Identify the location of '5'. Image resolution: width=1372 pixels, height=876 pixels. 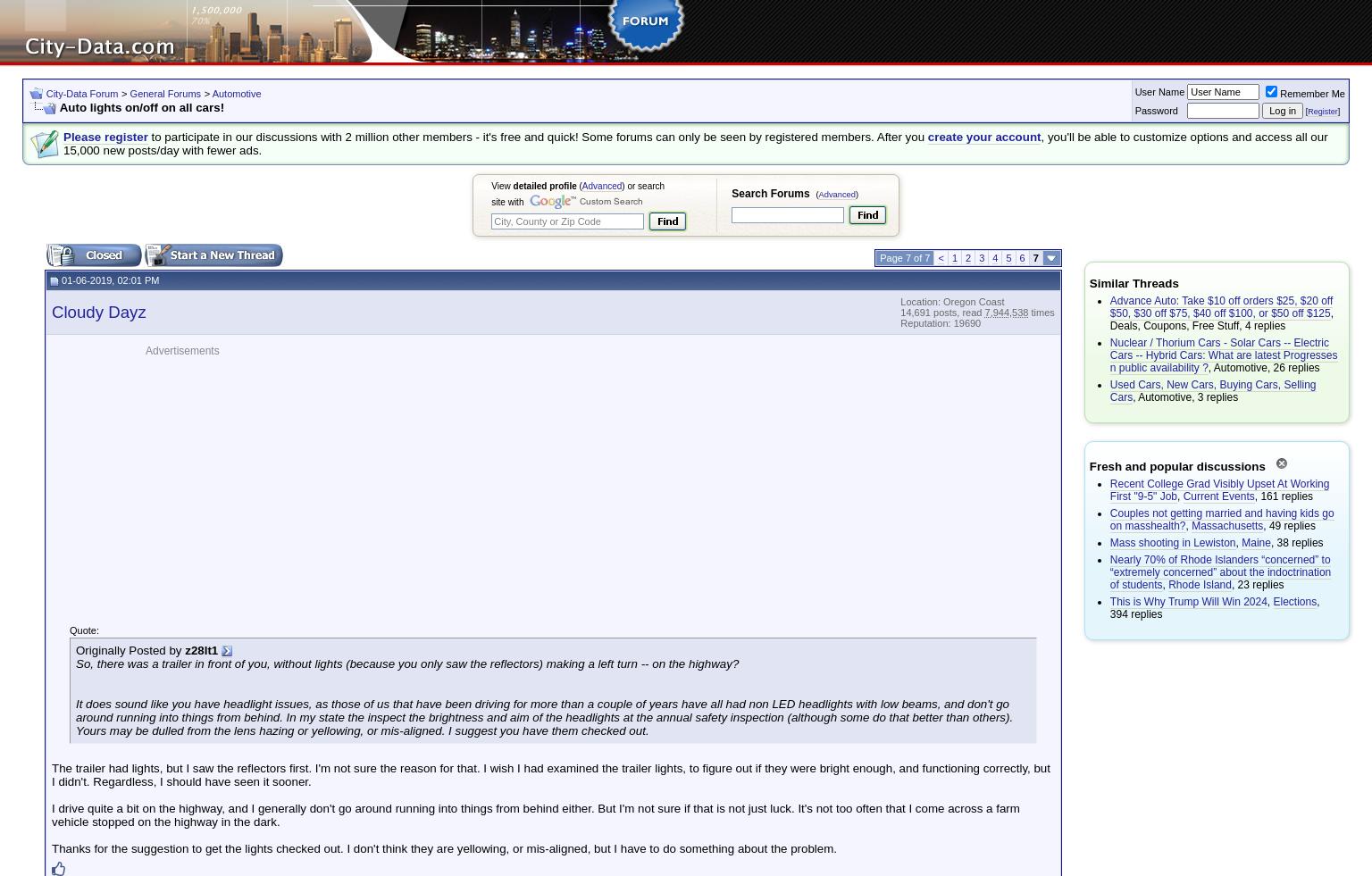
(1005, 257).